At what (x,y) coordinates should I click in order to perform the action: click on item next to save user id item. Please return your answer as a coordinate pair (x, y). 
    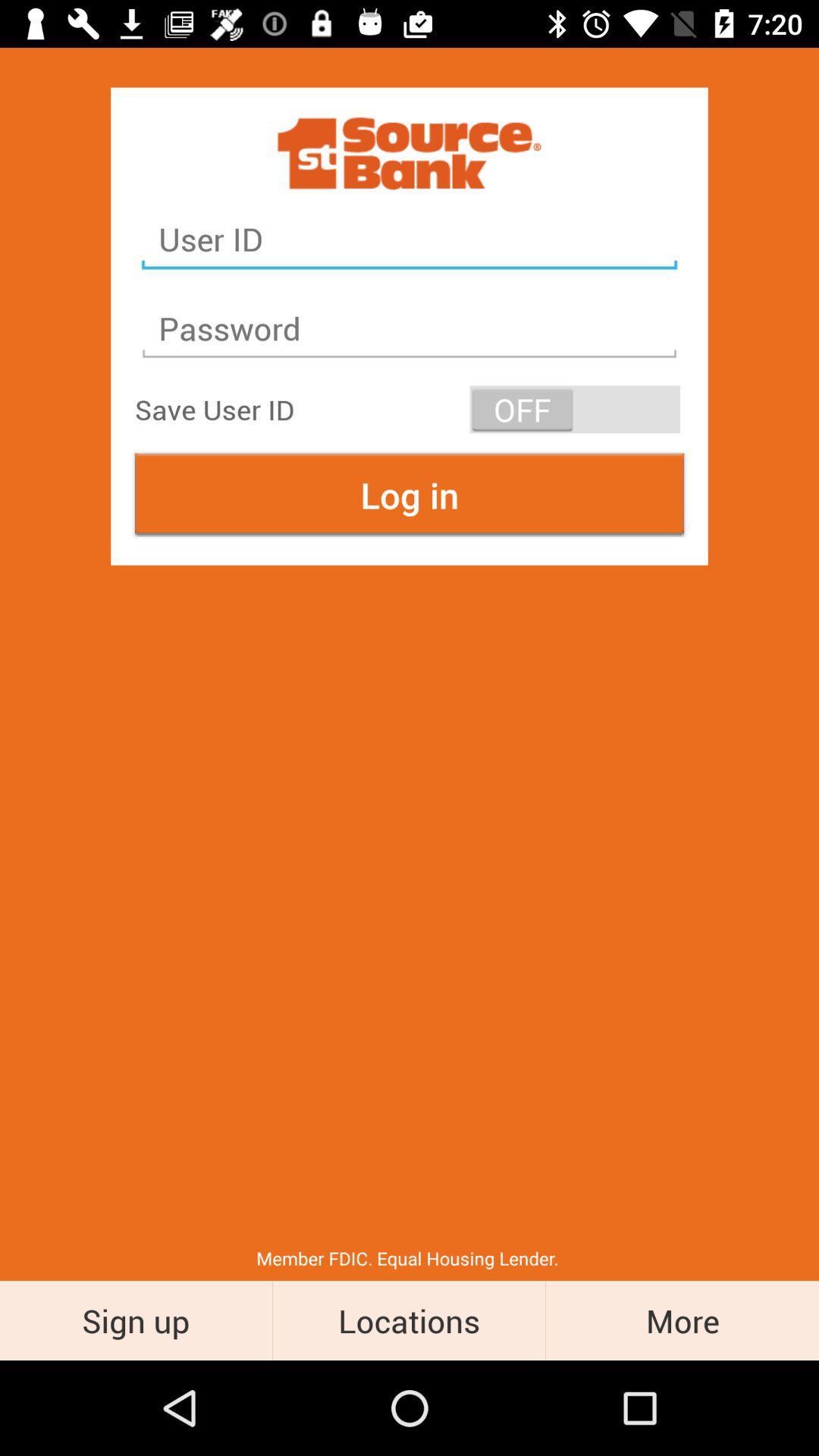
    Looking at the image, I should click on (575, 409).